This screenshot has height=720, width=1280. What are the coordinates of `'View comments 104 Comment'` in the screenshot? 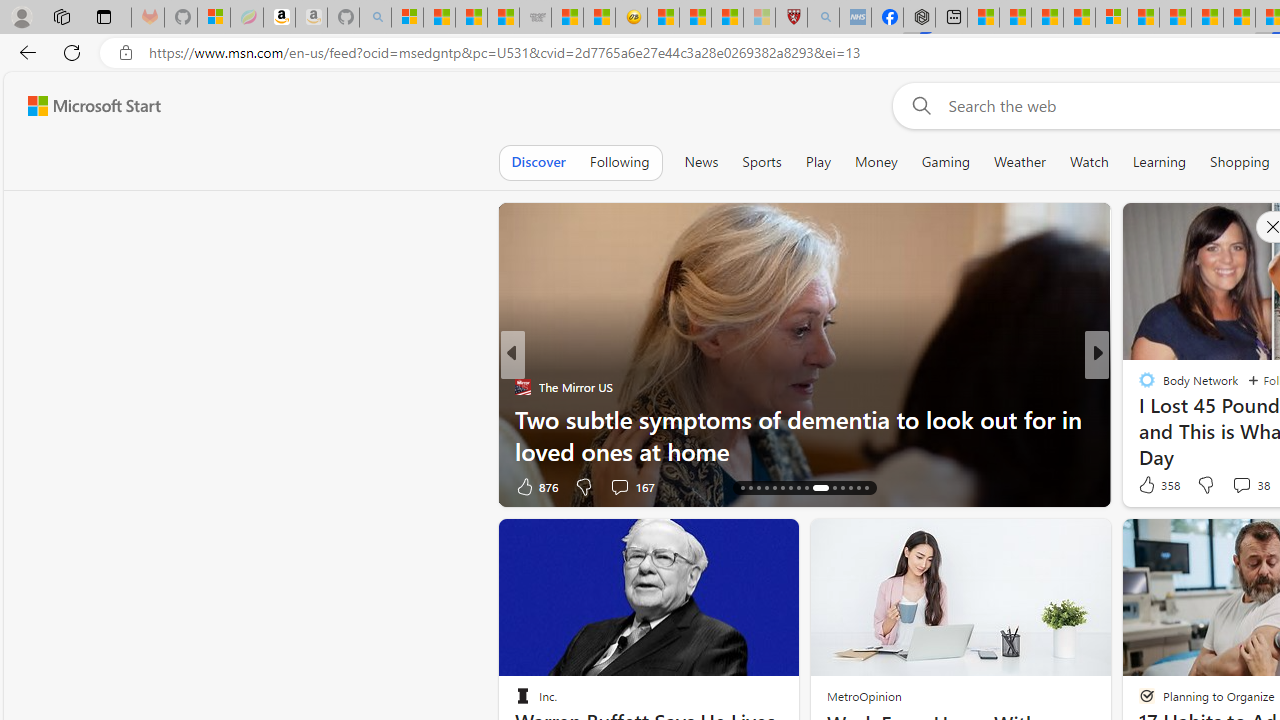 It's located at (1247, 486).